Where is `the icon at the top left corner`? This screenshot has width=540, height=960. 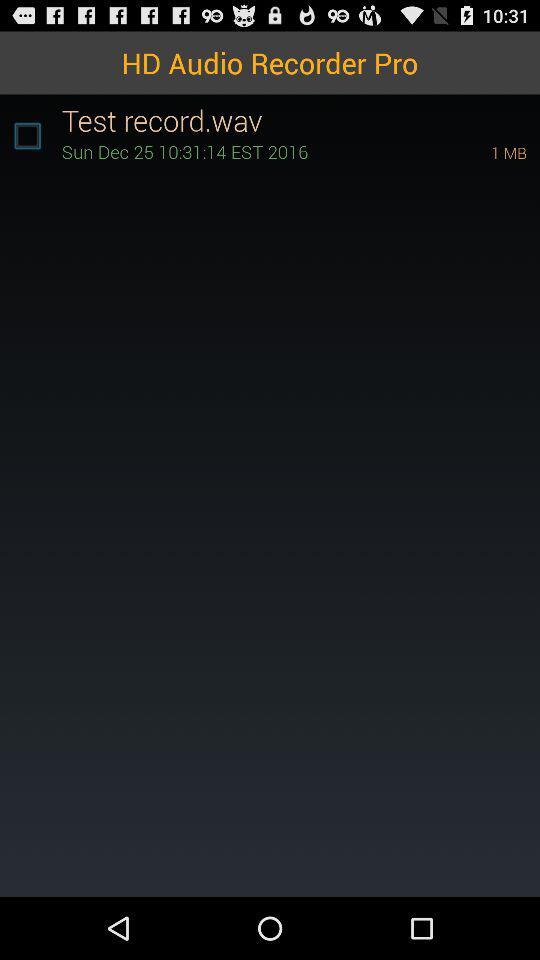
the icon at the top left corner is located at coordinates (26, 135).